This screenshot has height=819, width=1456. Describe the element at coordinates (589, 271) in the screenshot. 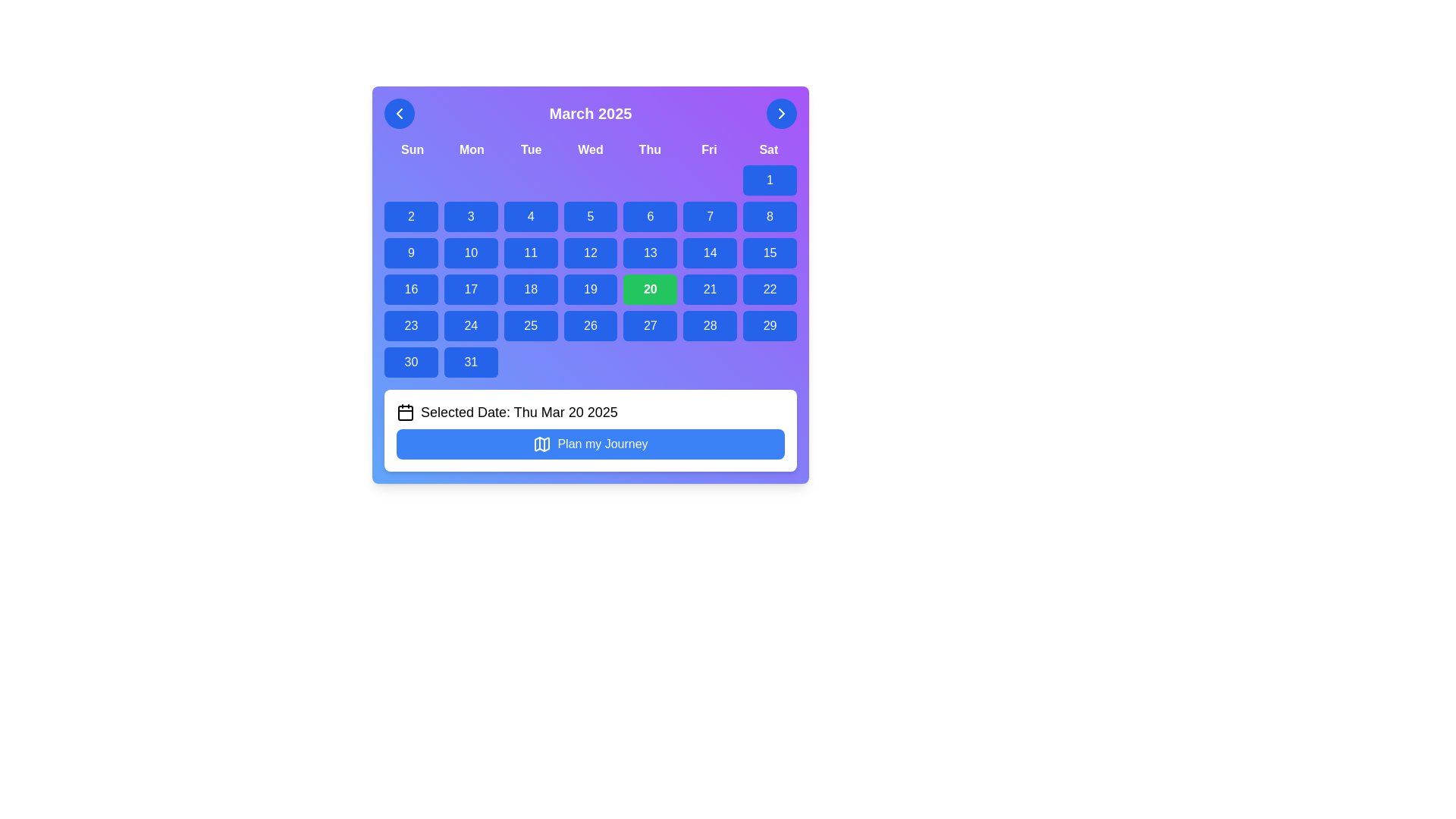

I see `the interactive calendar grid` at that location.